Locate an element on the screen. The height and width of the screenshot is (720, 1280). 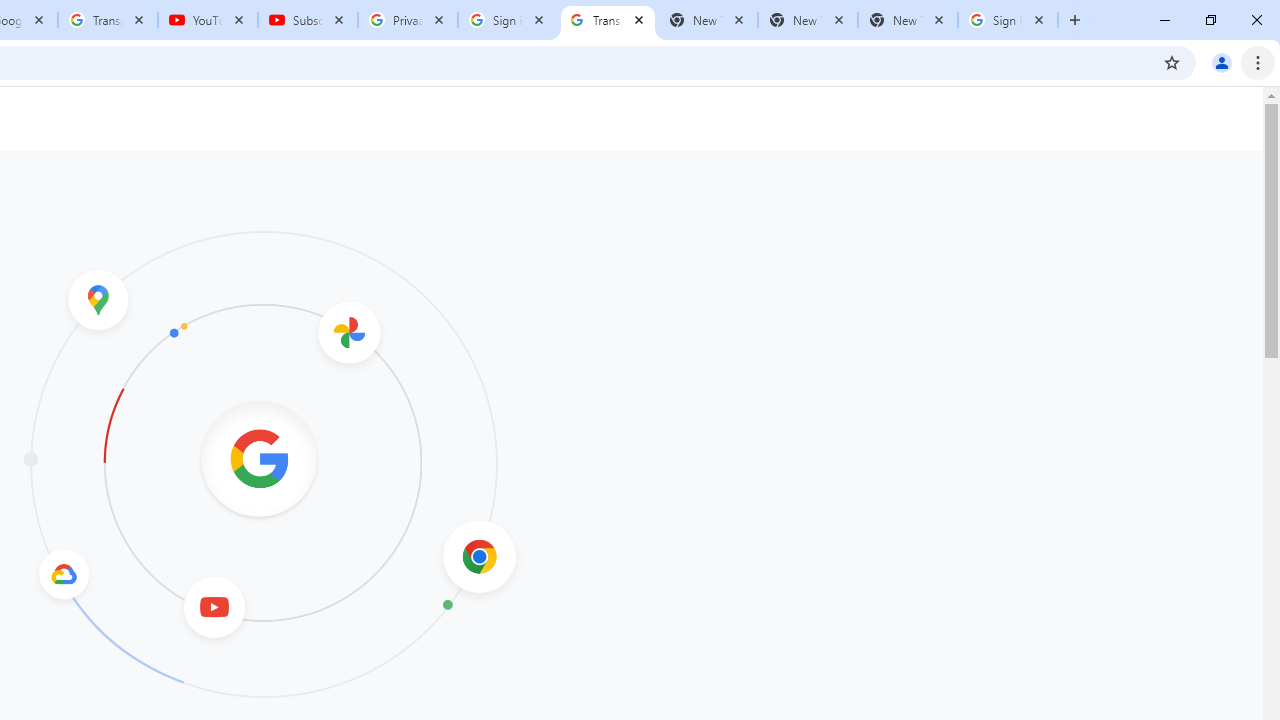
'Subscriptions - YouTube' is located at coordinates (307, 20).